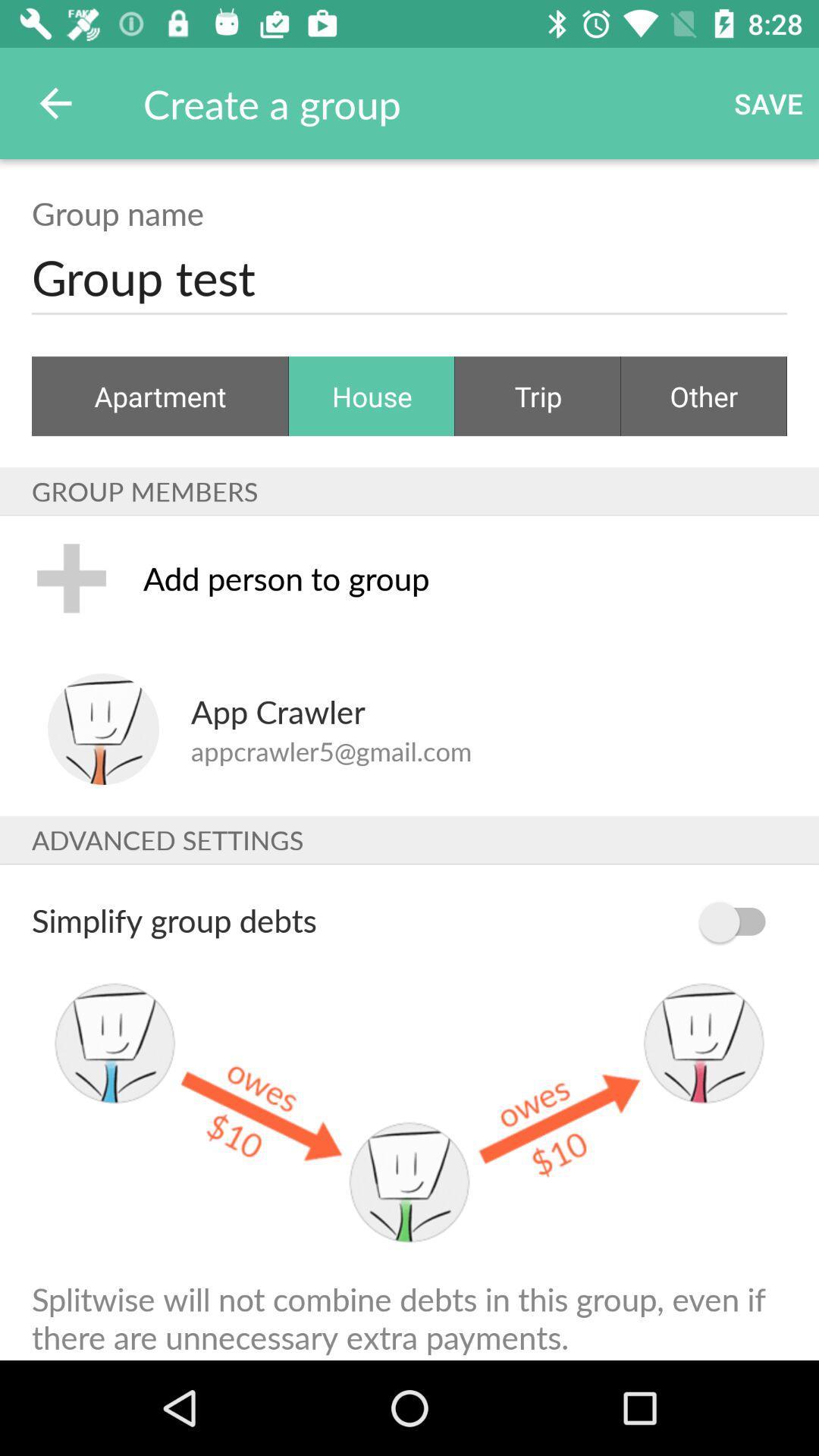  What do you see at coordinates (739, 921) in the screenshot?
I see `item below advanced settings icon` at bounding box center [739, 921].